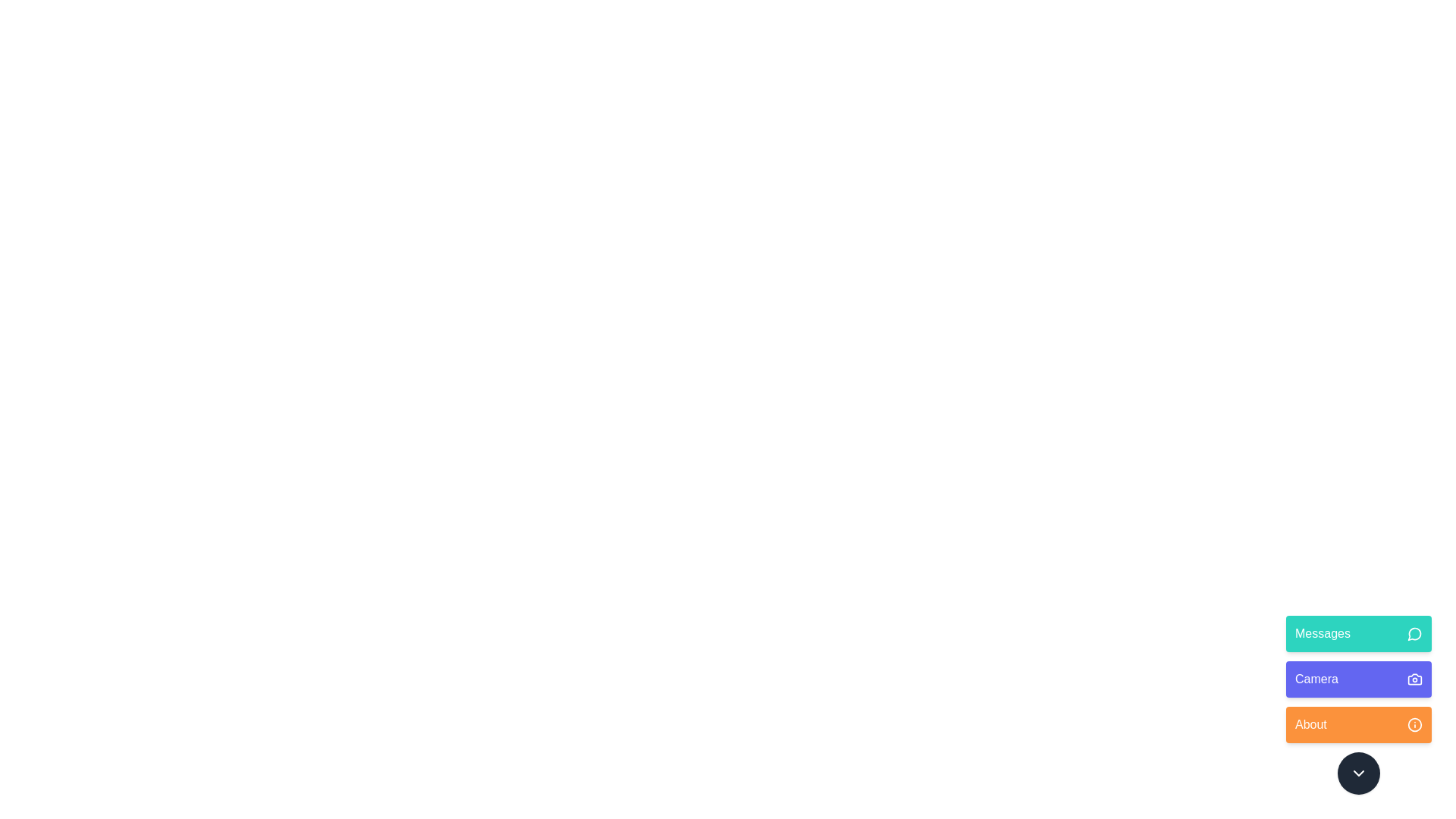  I want to click on the Camera button in the menu, so click(1358, 678).